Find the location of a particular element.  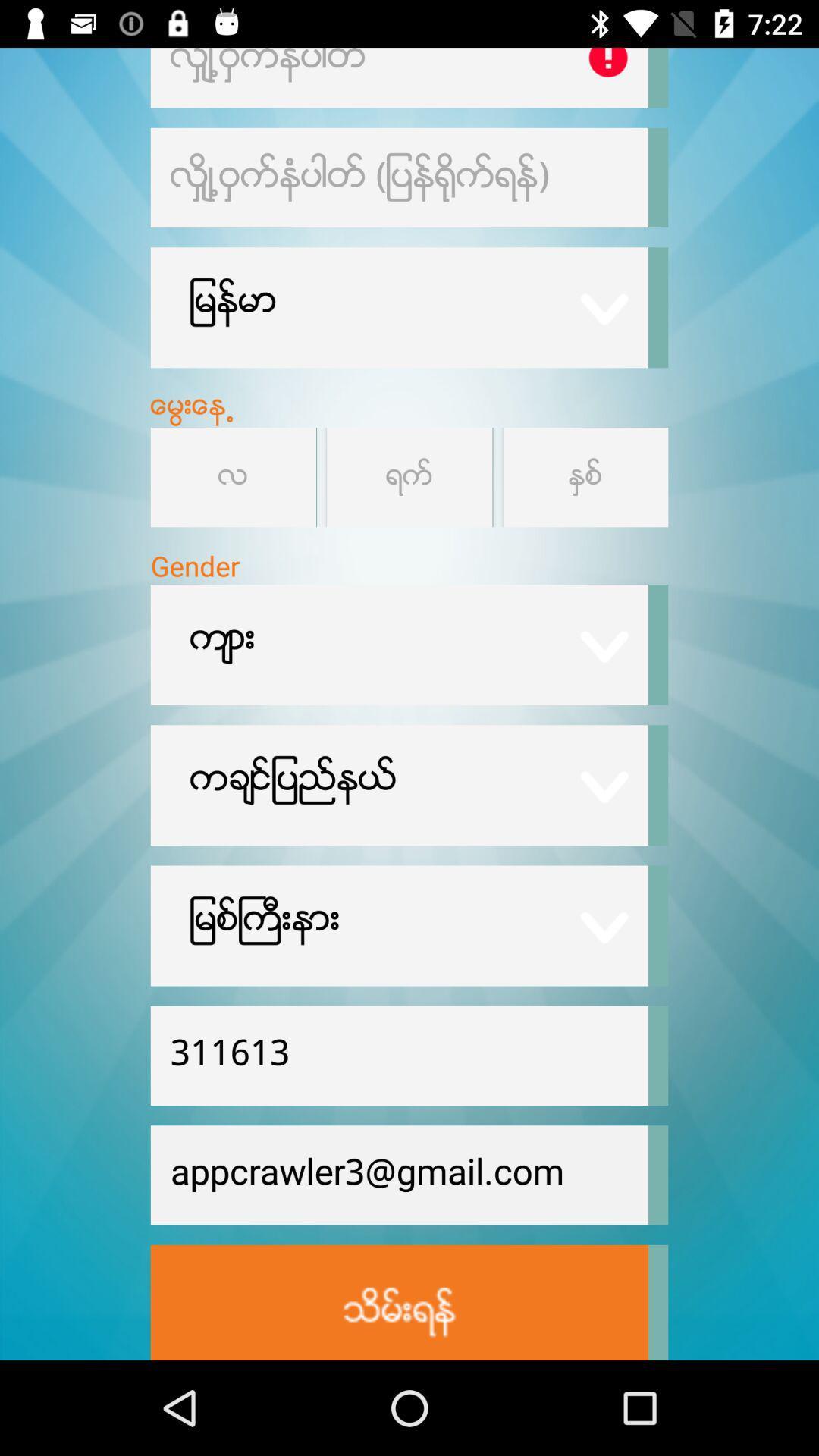

entry field is located at coordinates (398, 77).